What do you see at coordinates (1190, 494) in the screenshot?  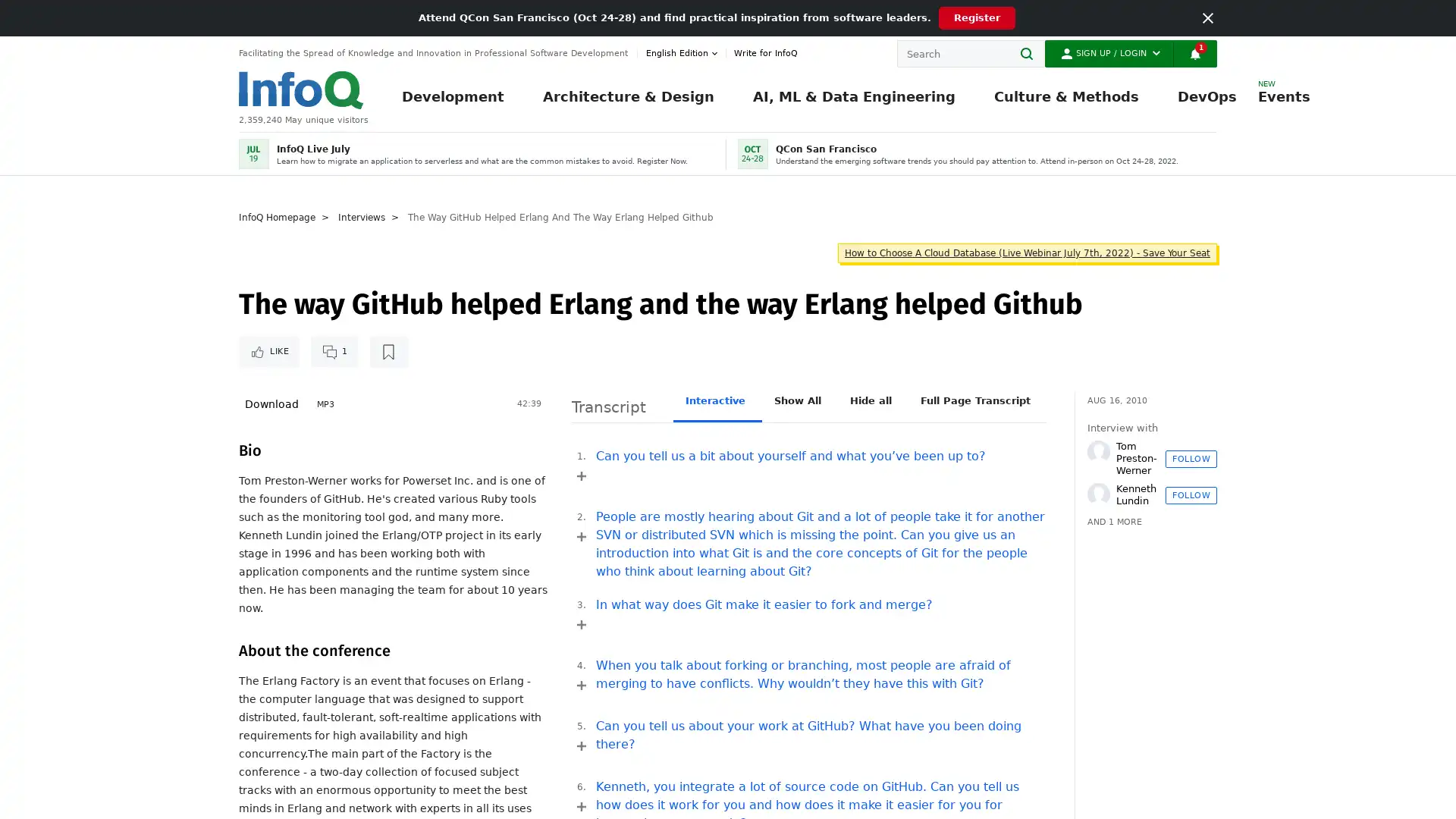 I see `Follow` at bounding box center [1190, 494].